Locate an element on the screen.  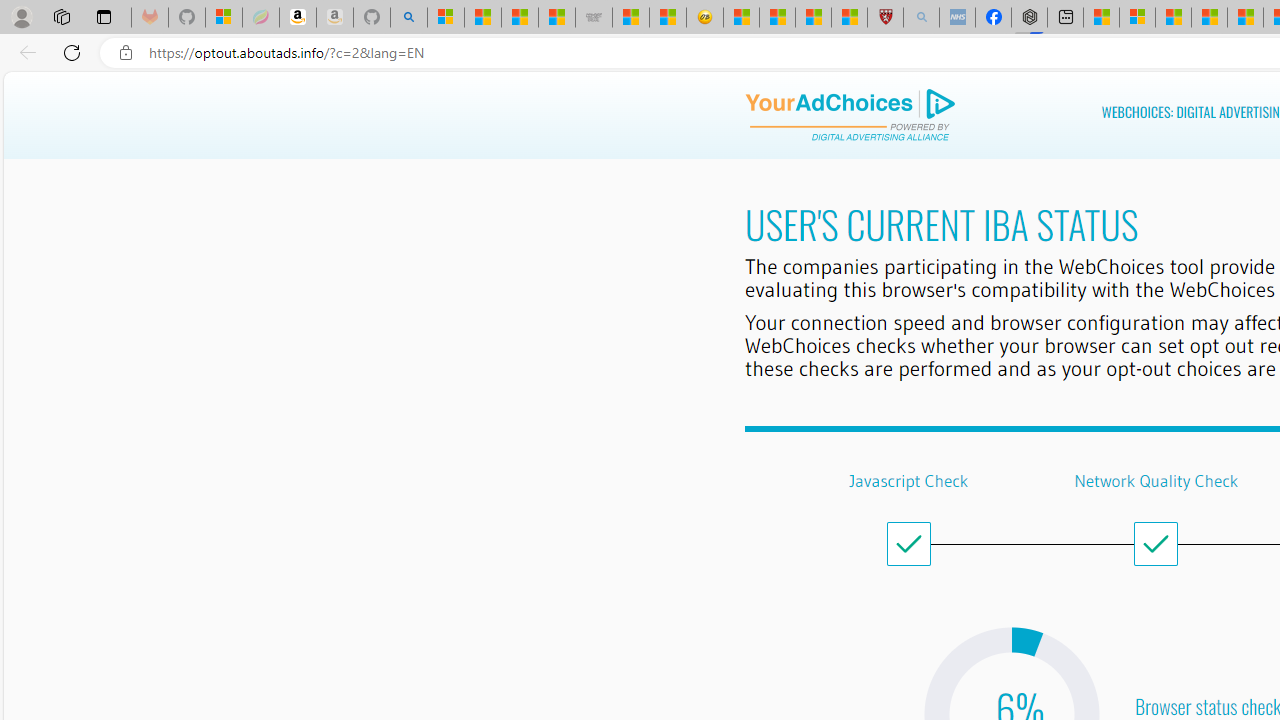
'Robert H. Shmerling, MD - Harvard Health' is located at coordinates (884, 17).